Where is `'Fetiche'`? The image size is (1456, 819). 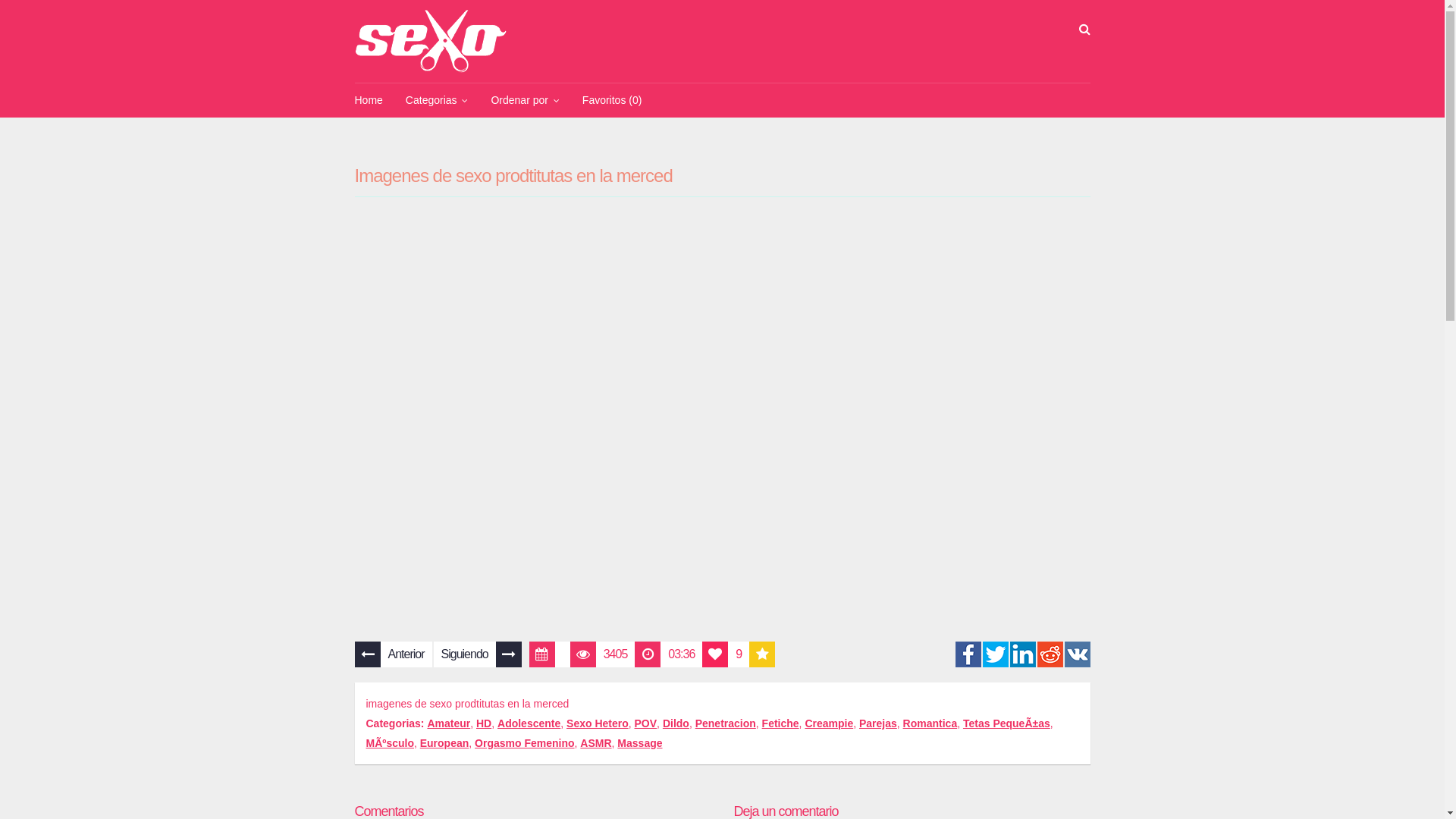
'Fetiche' is located at coordinates (780, 722).